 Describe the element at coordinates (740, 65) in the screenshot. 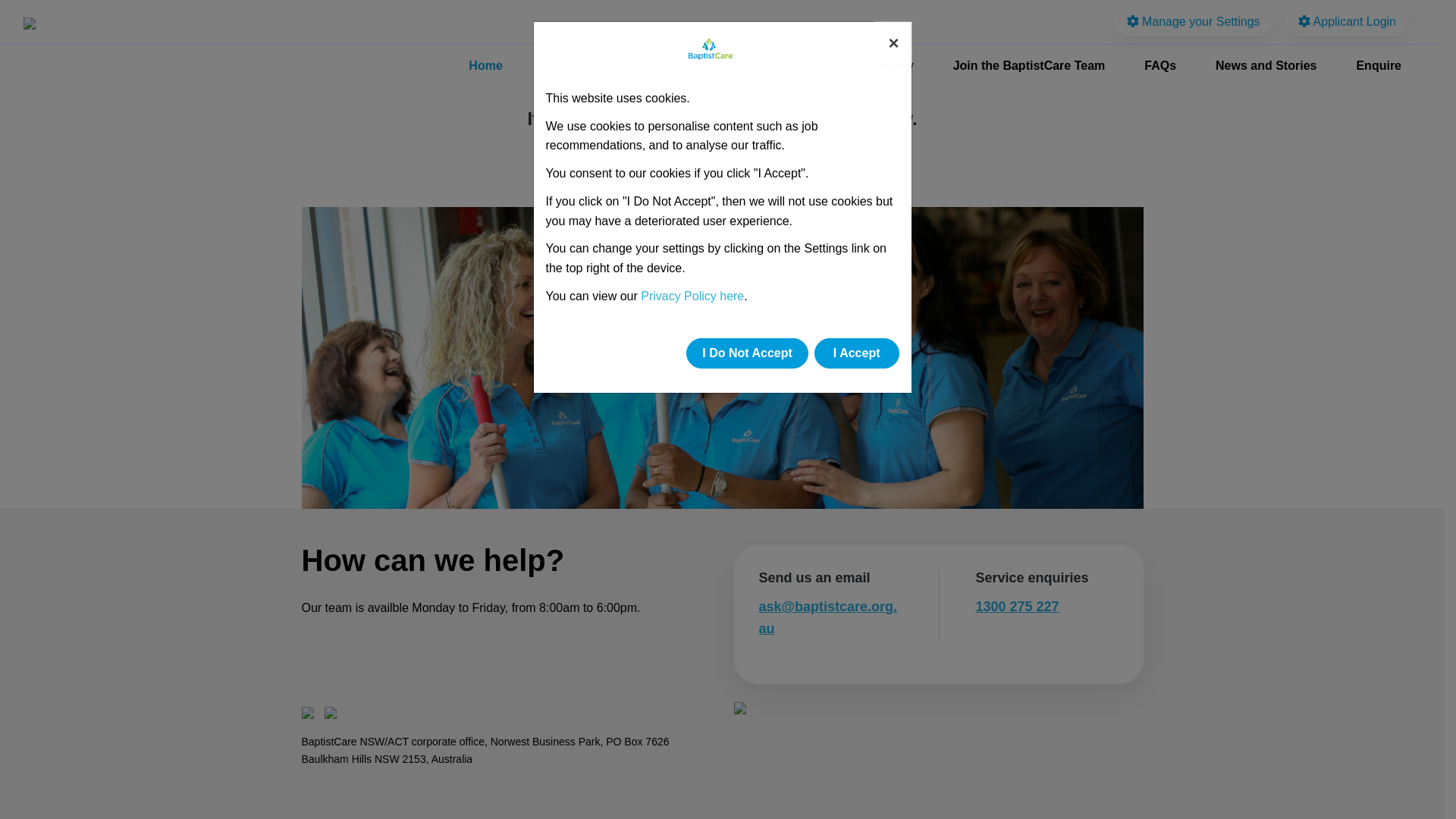

I see `'Employee Benefits'` at that location.